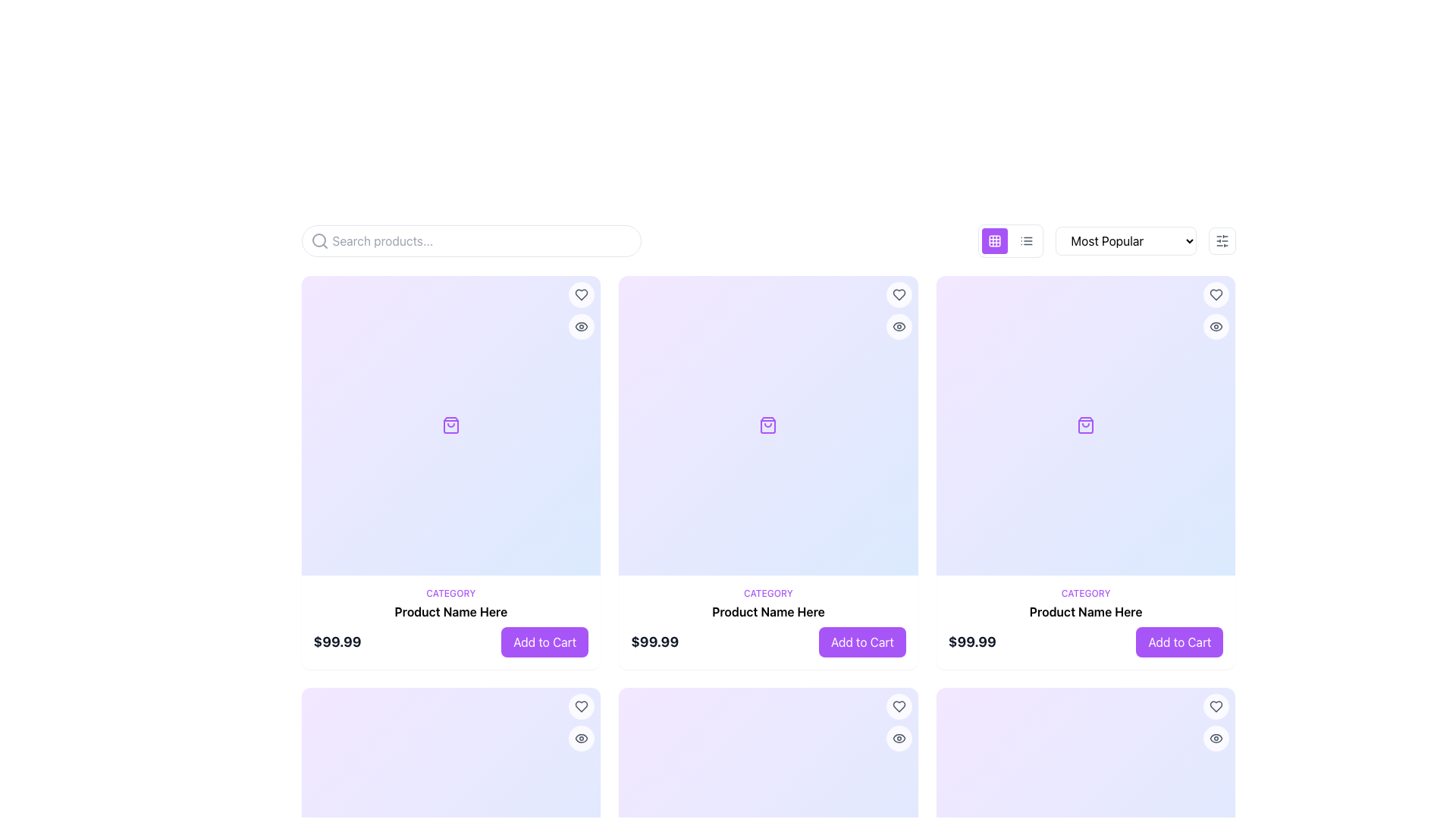 This screenshot has width=1456, height=819. I want to click on the button located, so click(1216, 295).